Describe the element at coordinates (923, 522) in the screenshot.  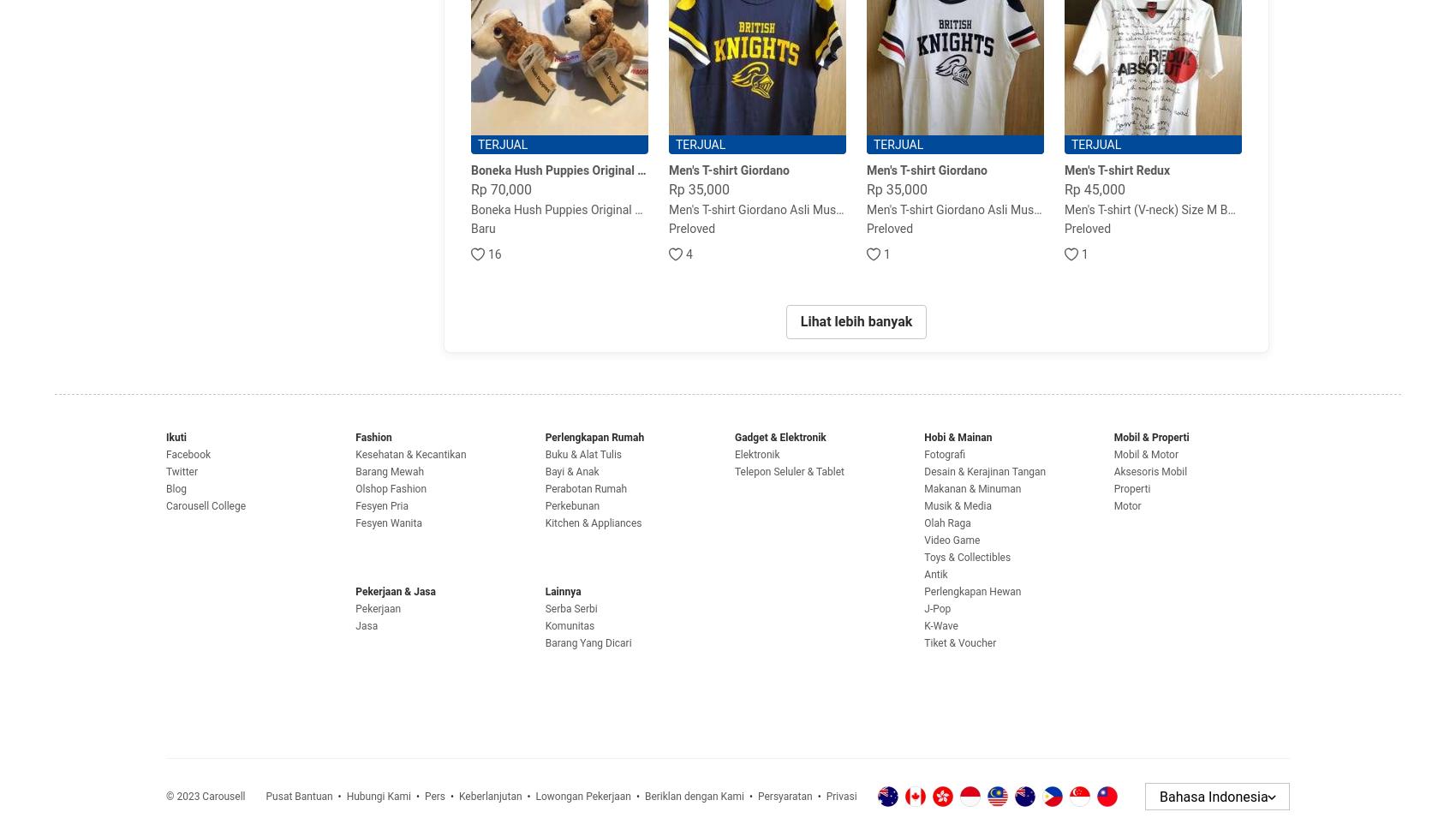
I see `'Olah Raga'` at that location.